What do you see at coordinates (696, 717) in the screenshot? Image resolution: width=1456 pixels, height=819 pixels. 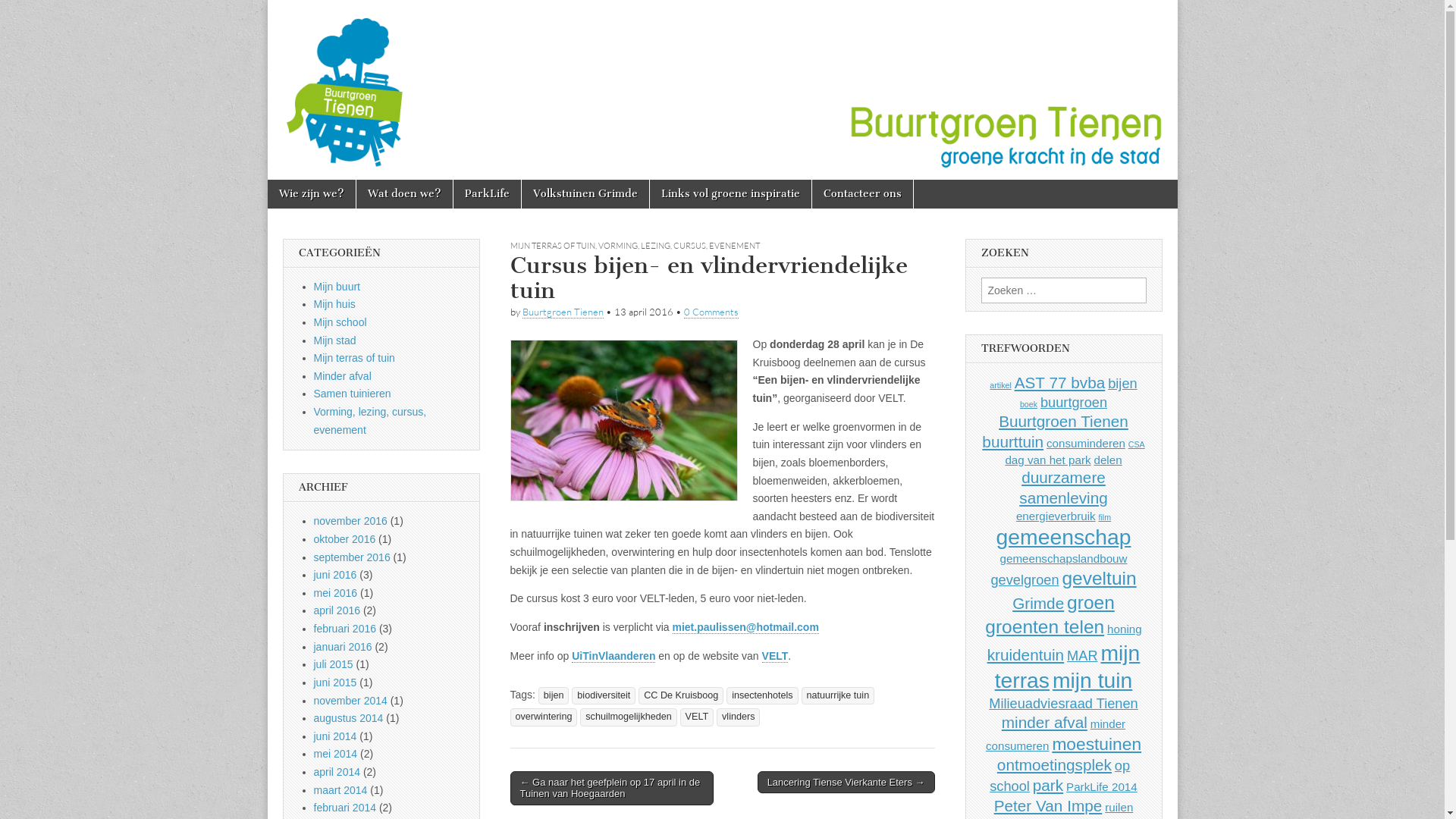 I see `'VELT'` at bounding box center [696, 717].